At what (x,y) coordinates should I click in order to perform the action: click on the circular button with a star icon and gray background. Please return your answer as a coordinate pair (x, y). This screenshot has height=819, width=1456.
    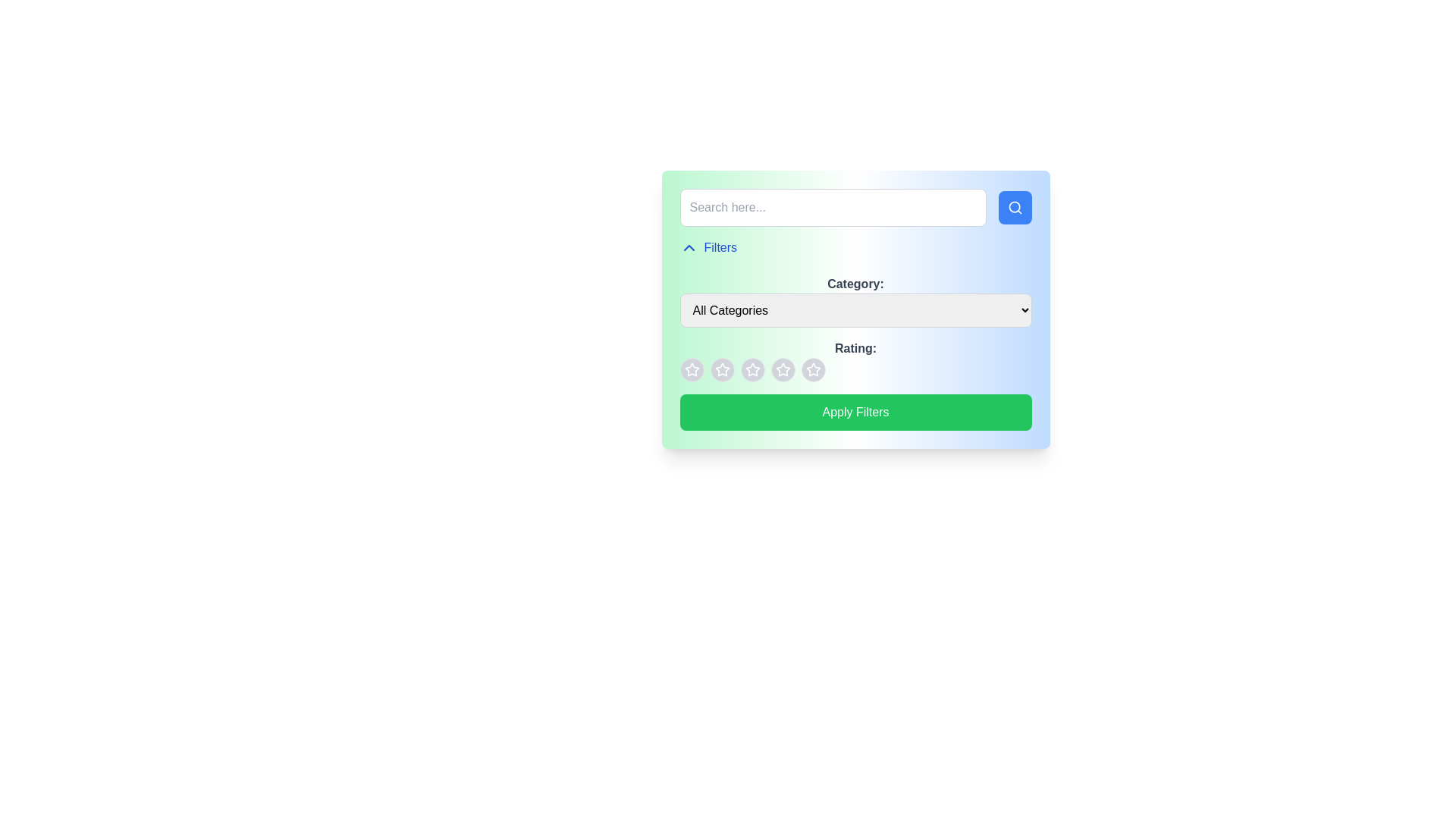
    Looking at the image, I should click on (721, 370).